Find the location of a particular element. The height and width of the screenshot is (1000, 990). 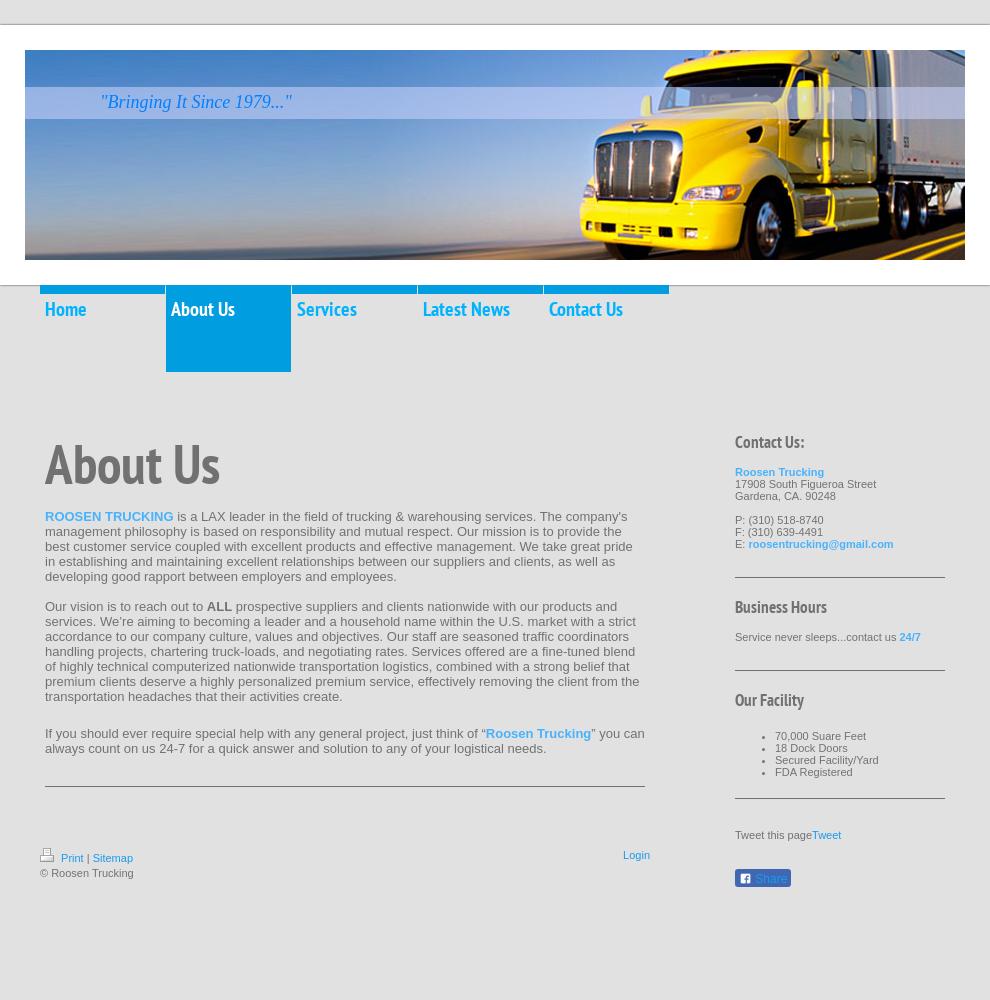

'Business Hours' is located at coordinates (781, 606).